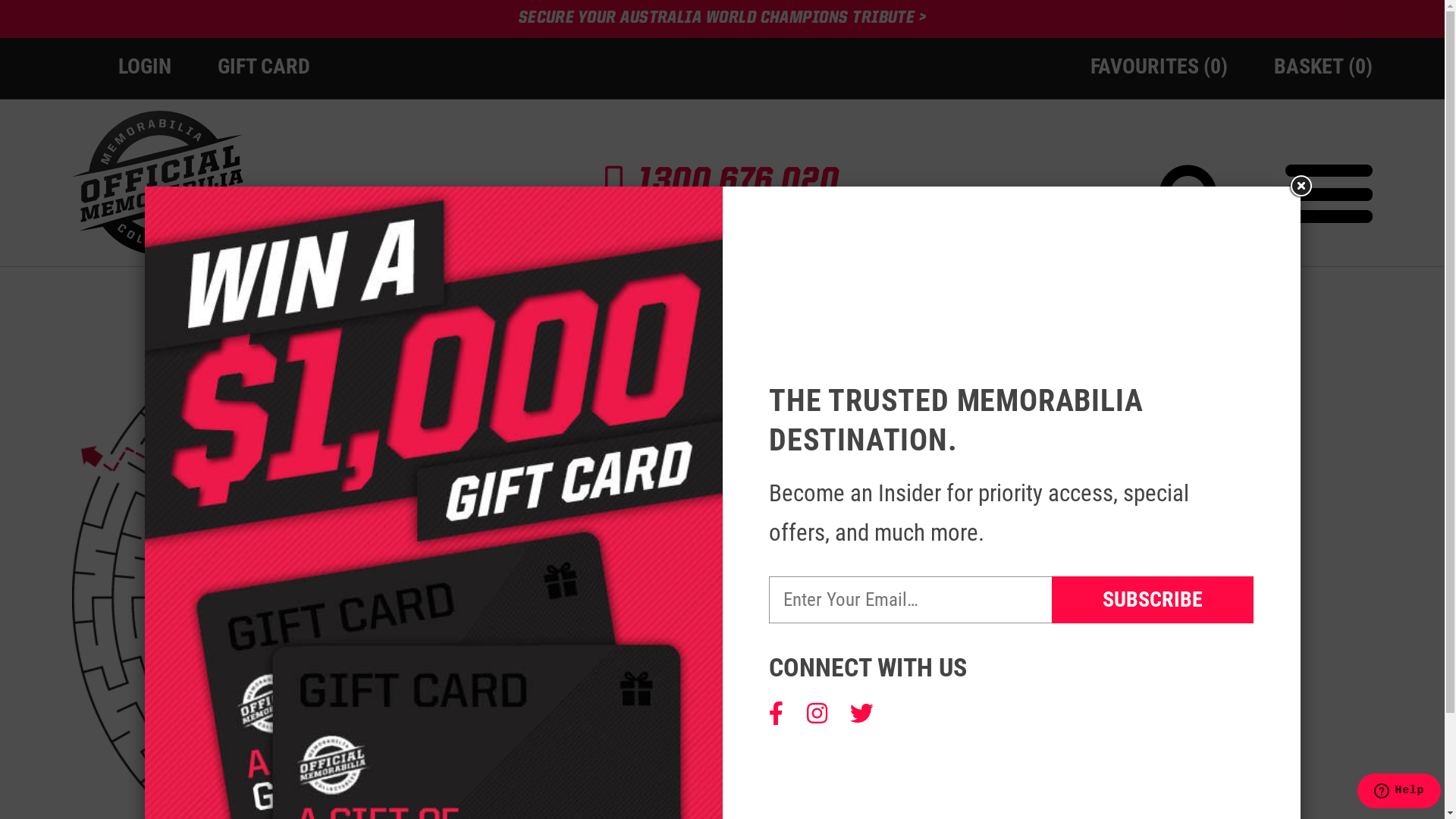  Describe the element at coordinates (1323, 65) in the screenshot. I see `'BASKET 0'` at that location.